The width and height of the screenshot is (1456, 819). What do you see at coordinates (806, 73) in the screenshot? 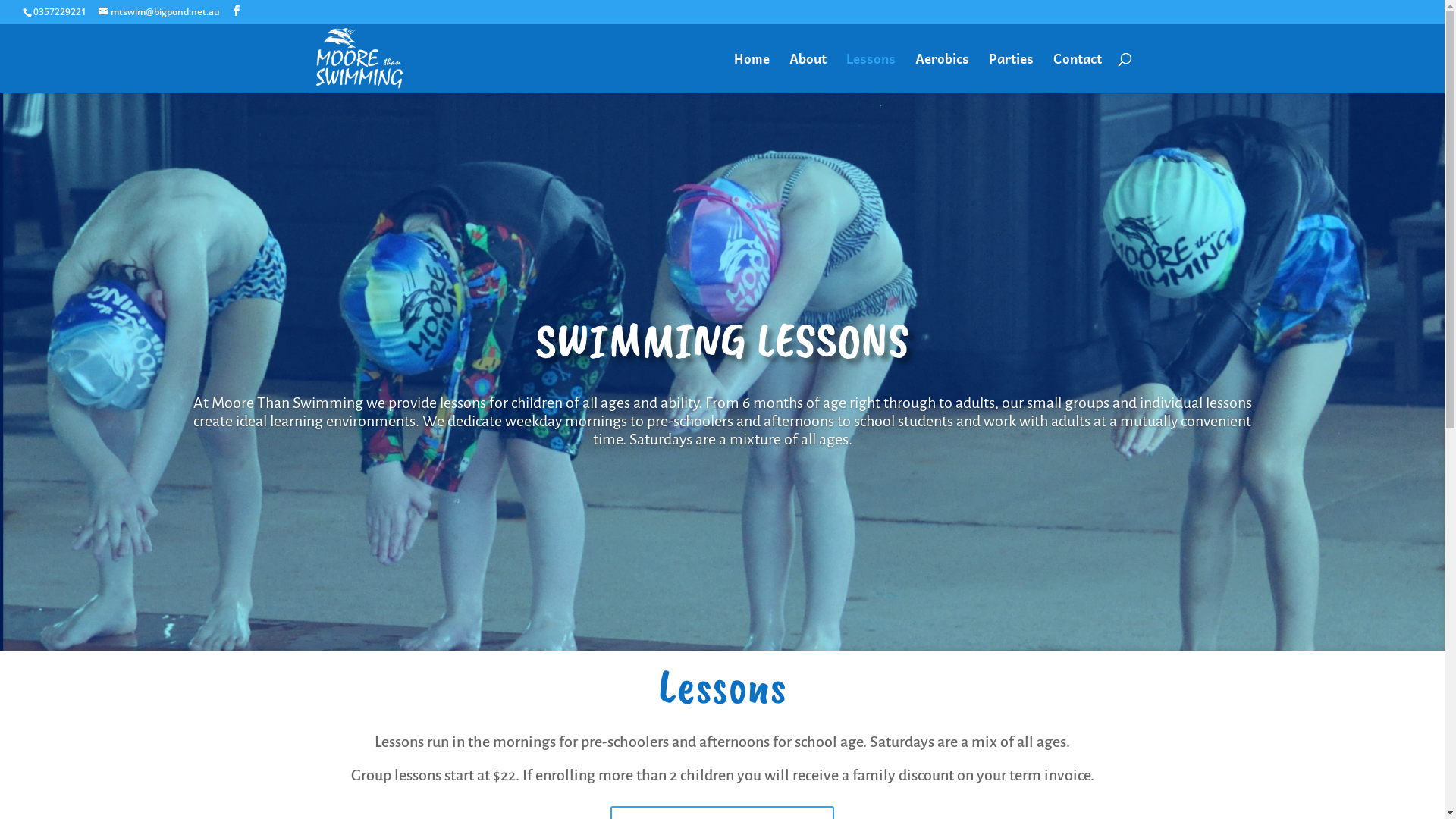
I see `'About'` at bounding box center [806, 73].